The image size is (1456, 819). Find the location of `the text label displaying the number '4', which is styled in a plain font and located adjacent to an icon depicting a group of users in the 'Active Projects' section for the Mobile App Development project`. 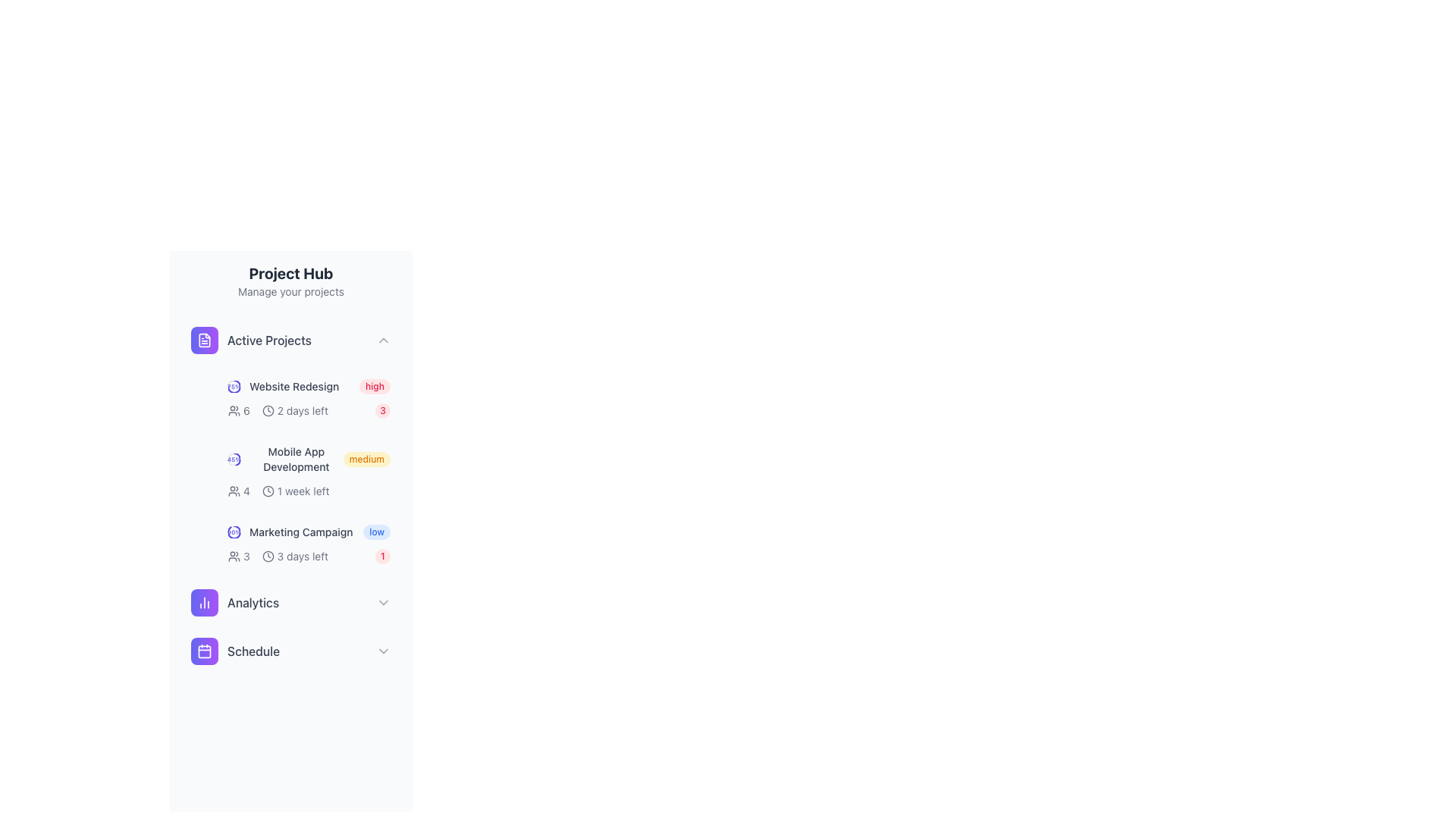

the text label displaying the number '4', which is styled in a plain font and located adjacent to an icon depicting a group of users in the 'Active Projects' section for the Mobile App Development project is located at coordinates (246, 491).